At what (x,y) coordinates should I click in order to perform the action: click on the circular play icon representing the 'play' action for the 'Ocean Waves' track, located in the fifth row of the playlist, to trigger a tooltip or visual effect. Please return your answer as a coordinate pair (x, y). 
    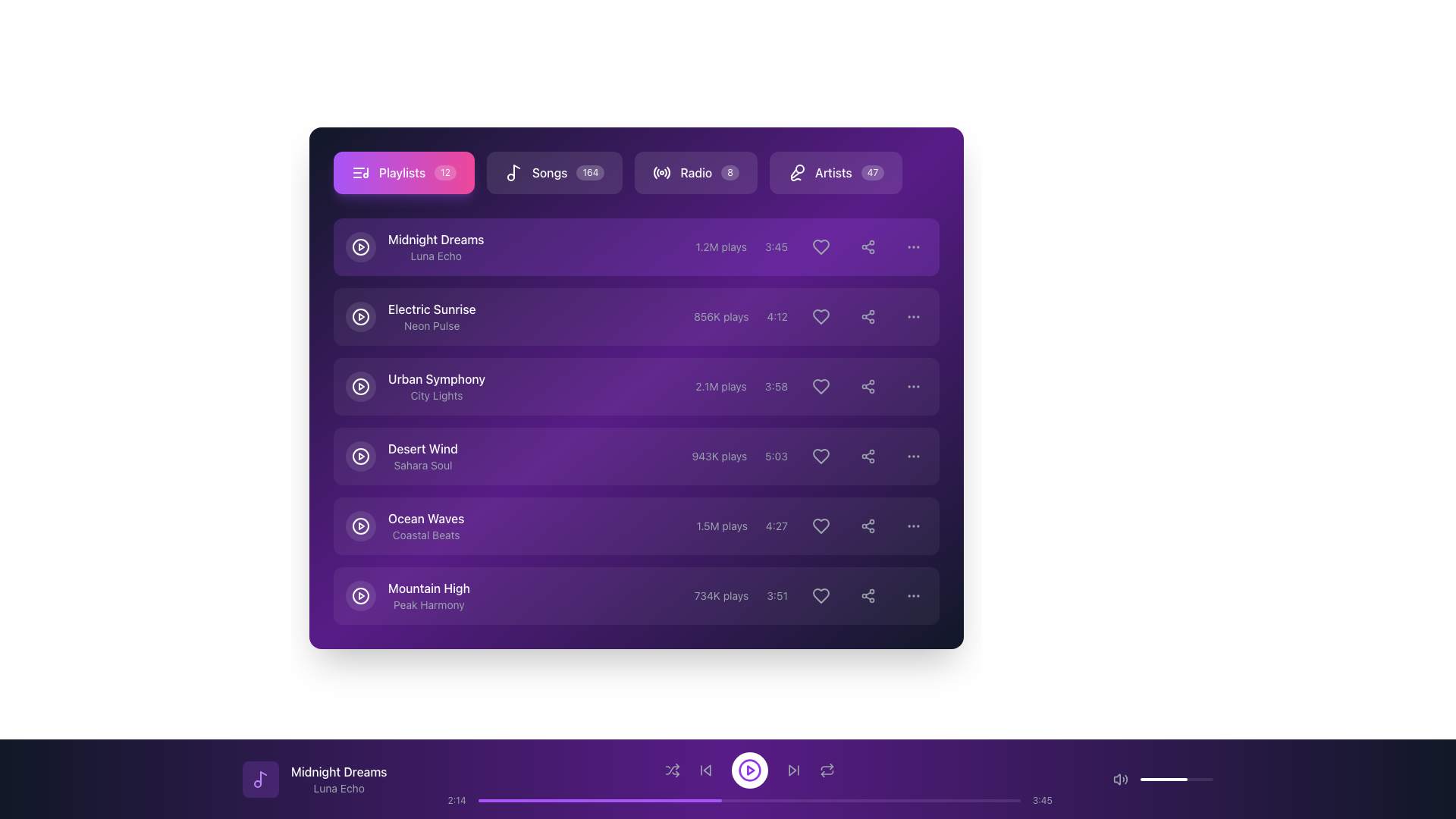
    Looking at the image, I should click on (359, 526).